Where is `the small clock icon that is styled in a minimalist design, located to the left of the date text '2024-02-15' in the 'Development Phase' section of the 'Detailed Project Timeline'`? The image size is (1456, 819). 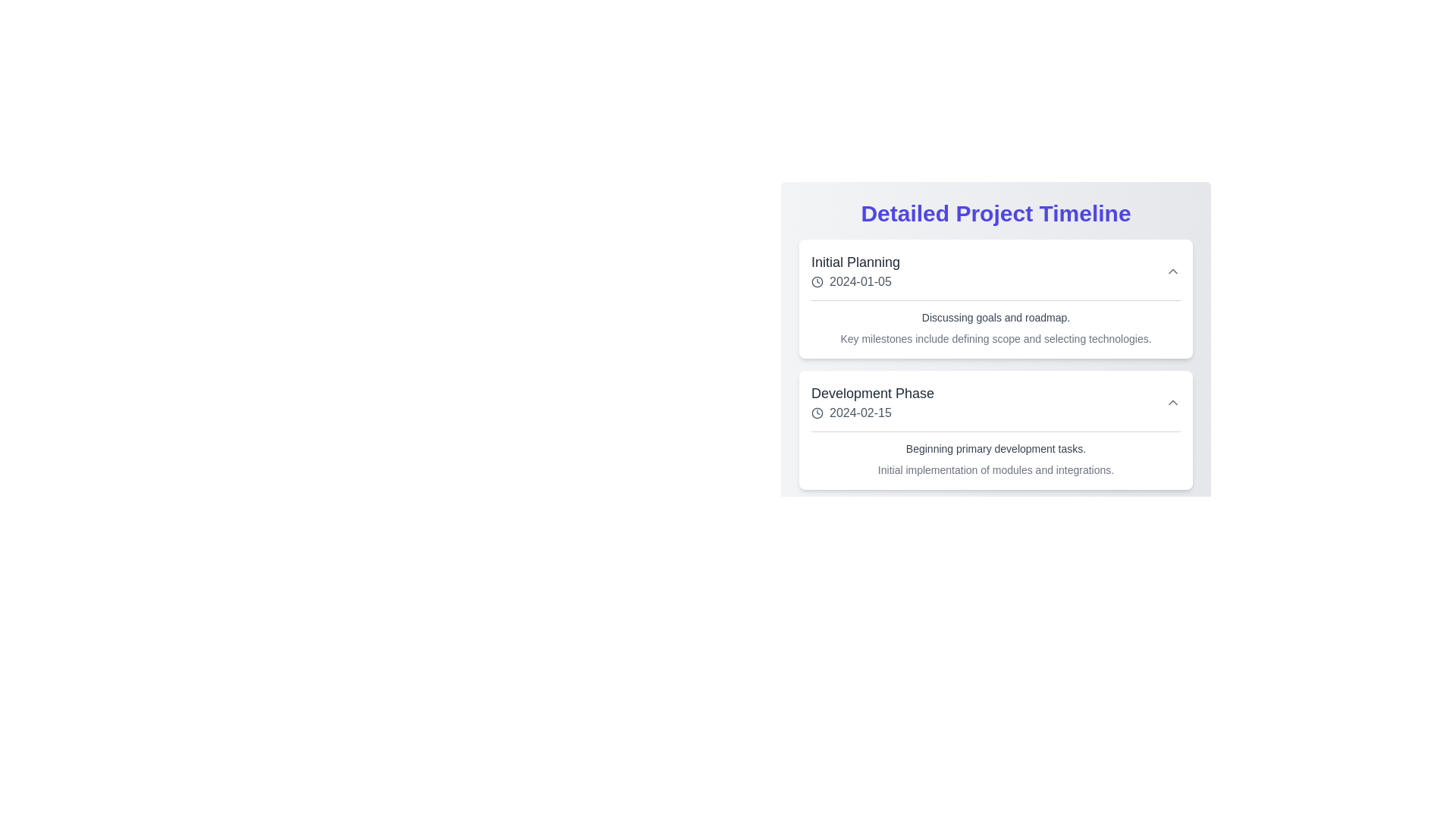 the small clock icon that is styled in a minimalist design, located to the left of the date text '2024-02-15' in the 'Development Phase' section of the 'Detailed Project Timeline' is located at coordinates (817, 413).